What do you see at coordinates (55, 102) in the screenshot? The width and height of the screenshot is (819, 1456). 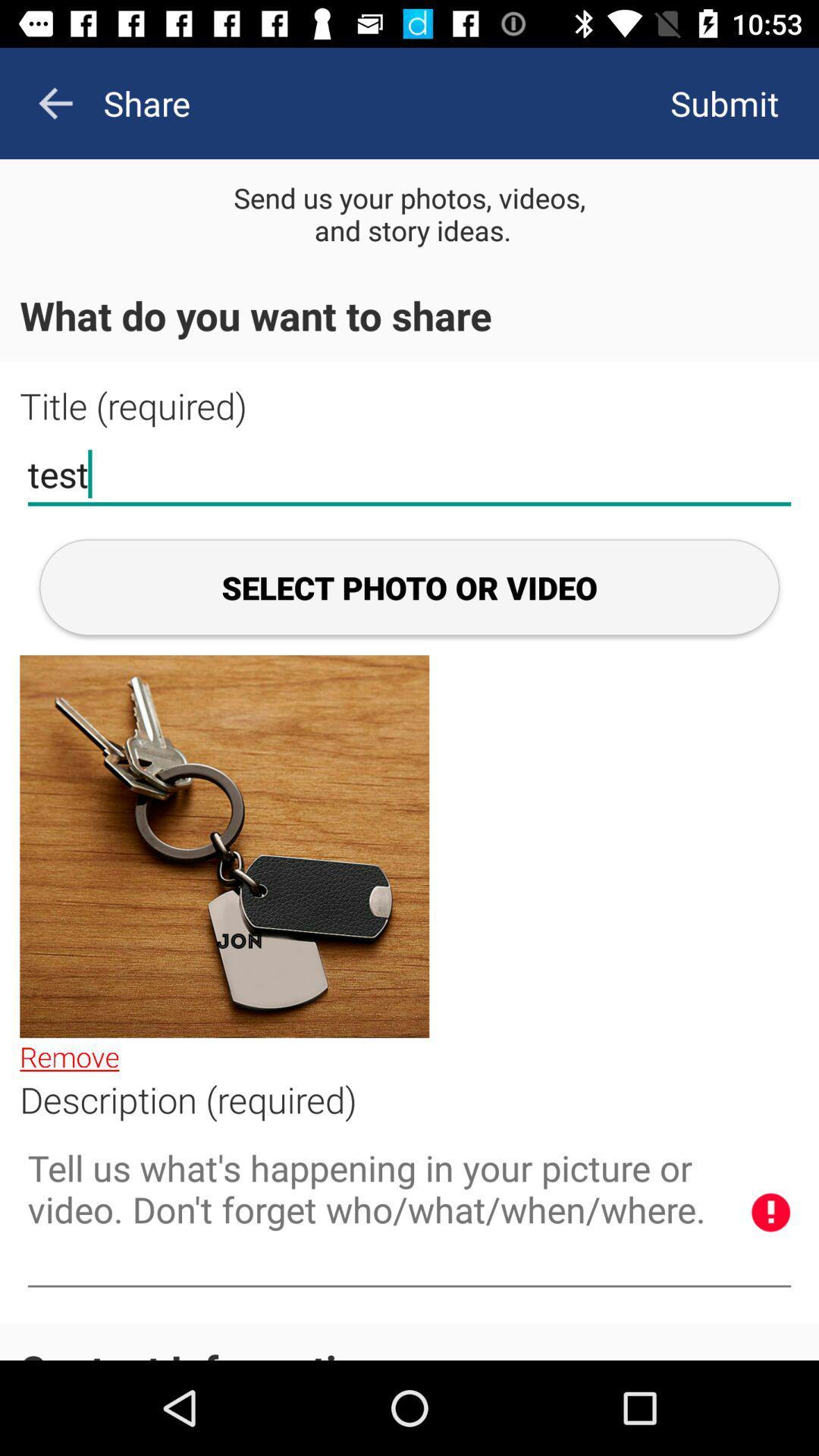 I see `the arrow_backward icon` at bounding box center [55, 102].